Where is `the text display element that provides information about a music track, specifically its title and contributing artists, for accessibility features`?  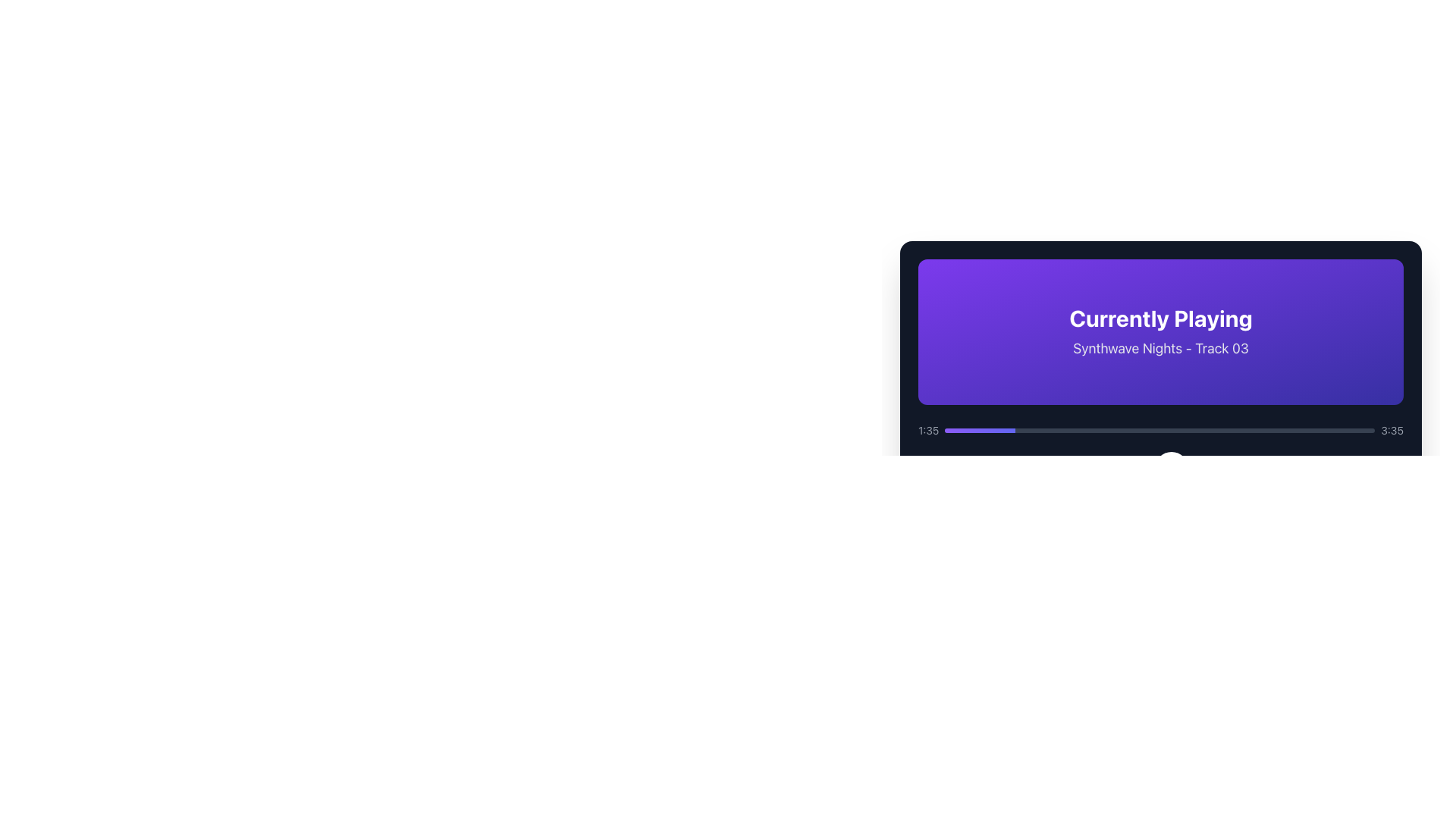 the text display element that provides information about a music track, specifically its title and contributing artists, for accessibility features is located at coordinates (1125, 601).